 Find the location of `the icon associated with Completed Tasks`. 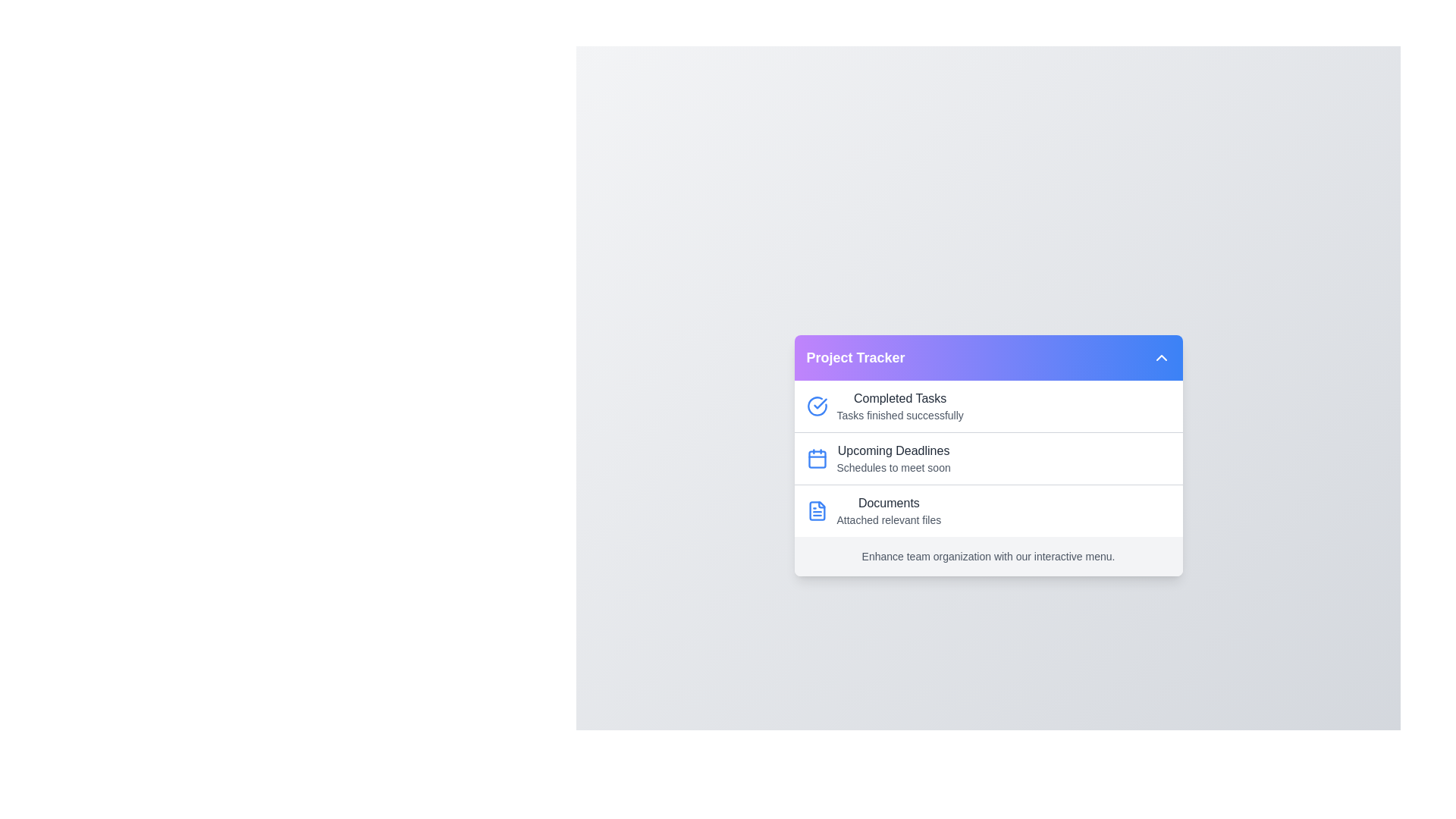

the icon associated with Completed Tasks is located at coordinates (816, 406).